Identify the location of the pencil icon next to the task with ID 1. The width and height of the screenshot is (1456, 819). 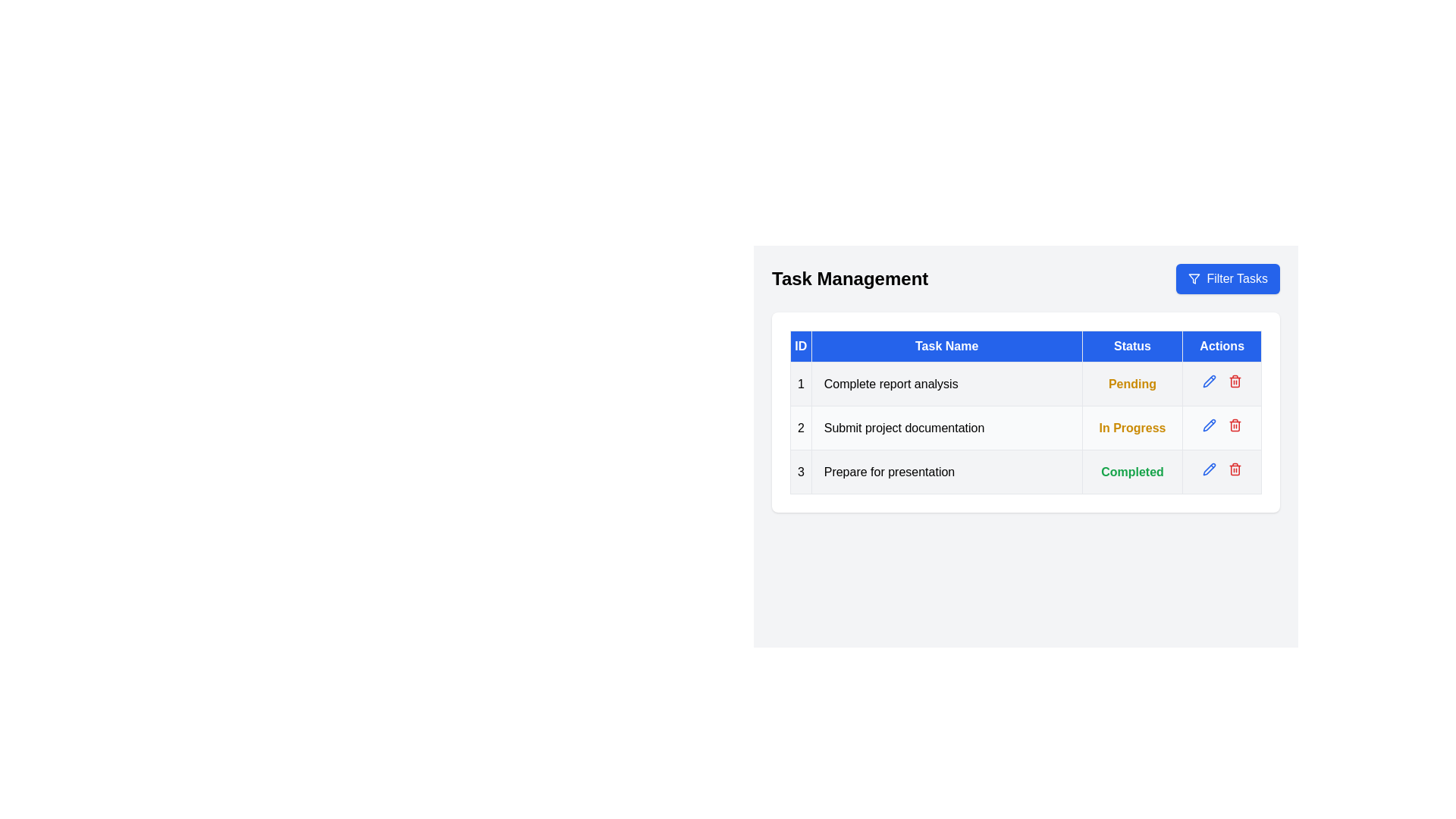
(1208, 380).